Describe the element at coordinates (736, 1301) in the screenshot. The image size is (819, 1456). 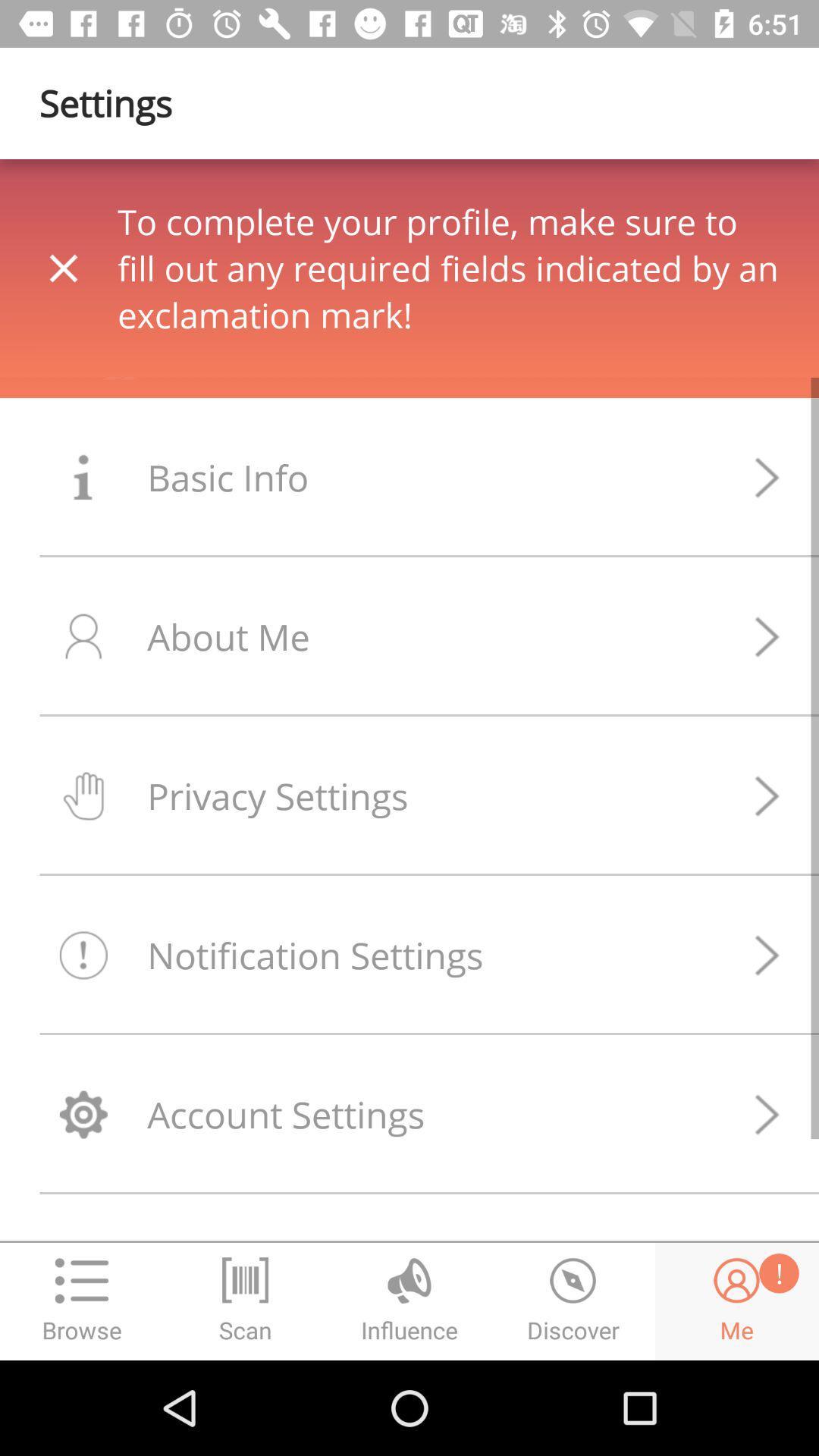
I see `the emoji icon` at that location.